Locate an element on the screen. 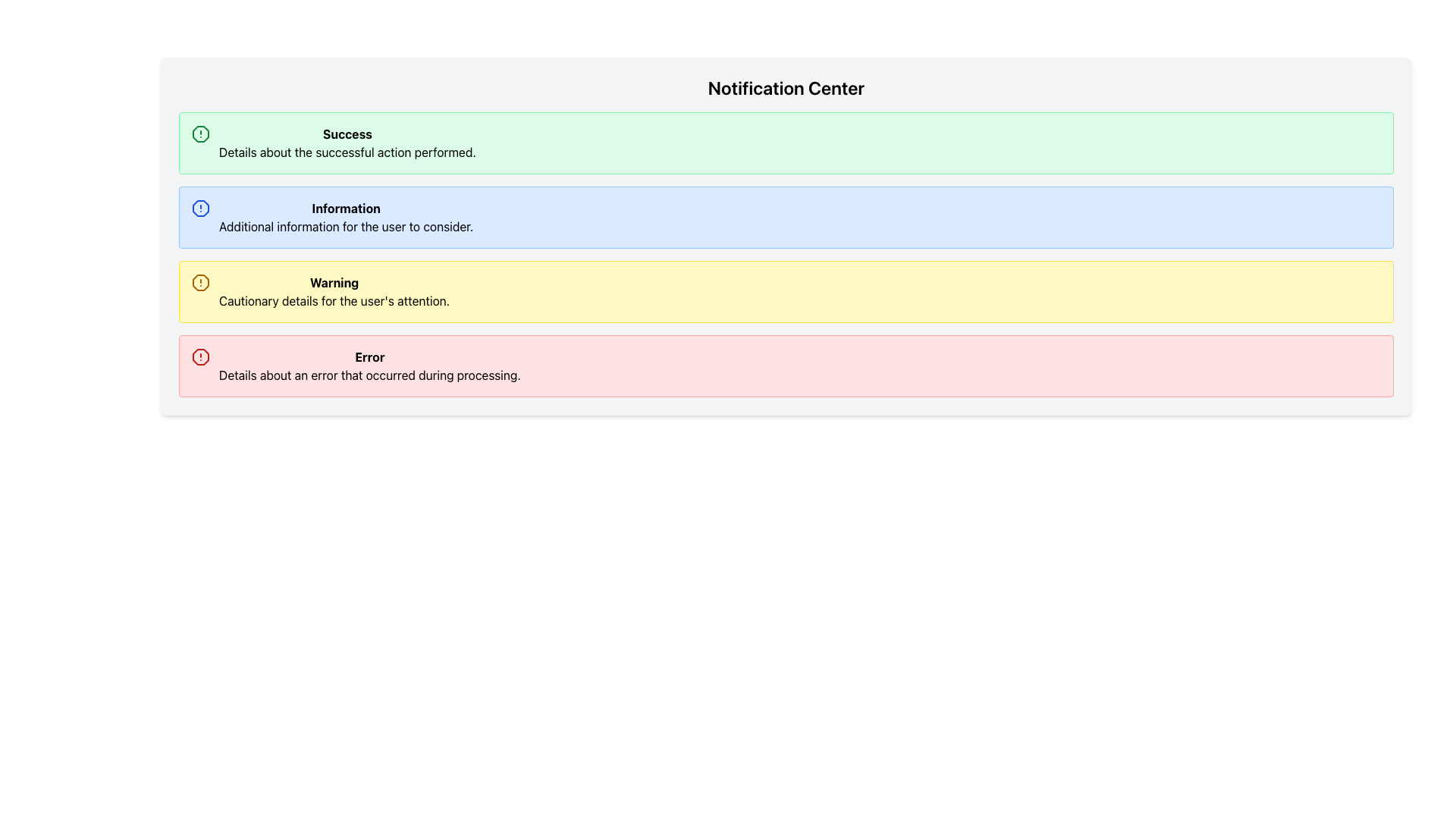 This screenshot has width=1456, height=819. the text content located in the middle section of the notification area, specifically below the bold 'Information' heading in a blue-shaded box is located at coordinates (345, 227).